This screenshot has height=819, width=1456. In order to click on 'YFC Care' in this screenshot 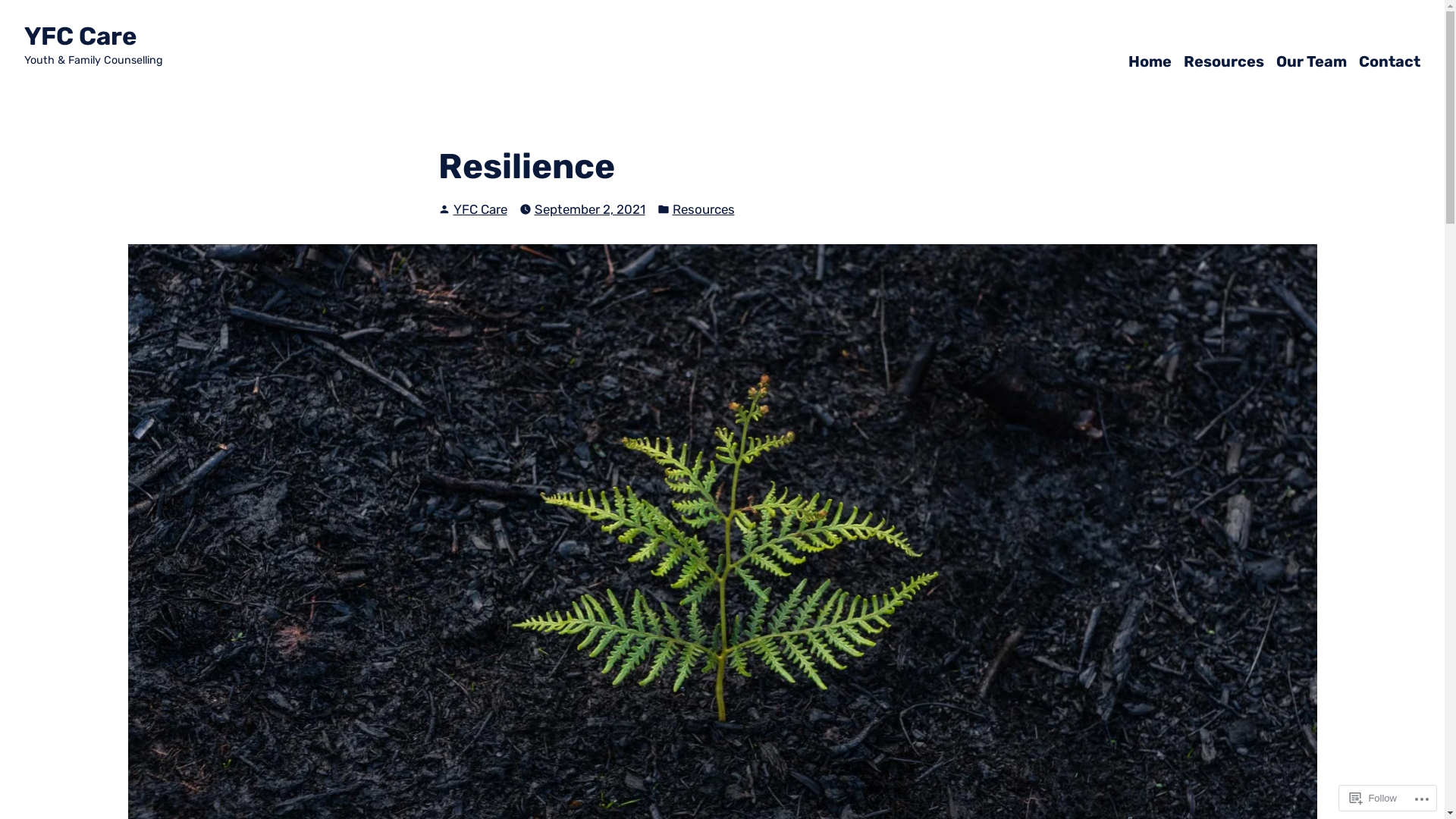, I will do `click(453, 209)`.